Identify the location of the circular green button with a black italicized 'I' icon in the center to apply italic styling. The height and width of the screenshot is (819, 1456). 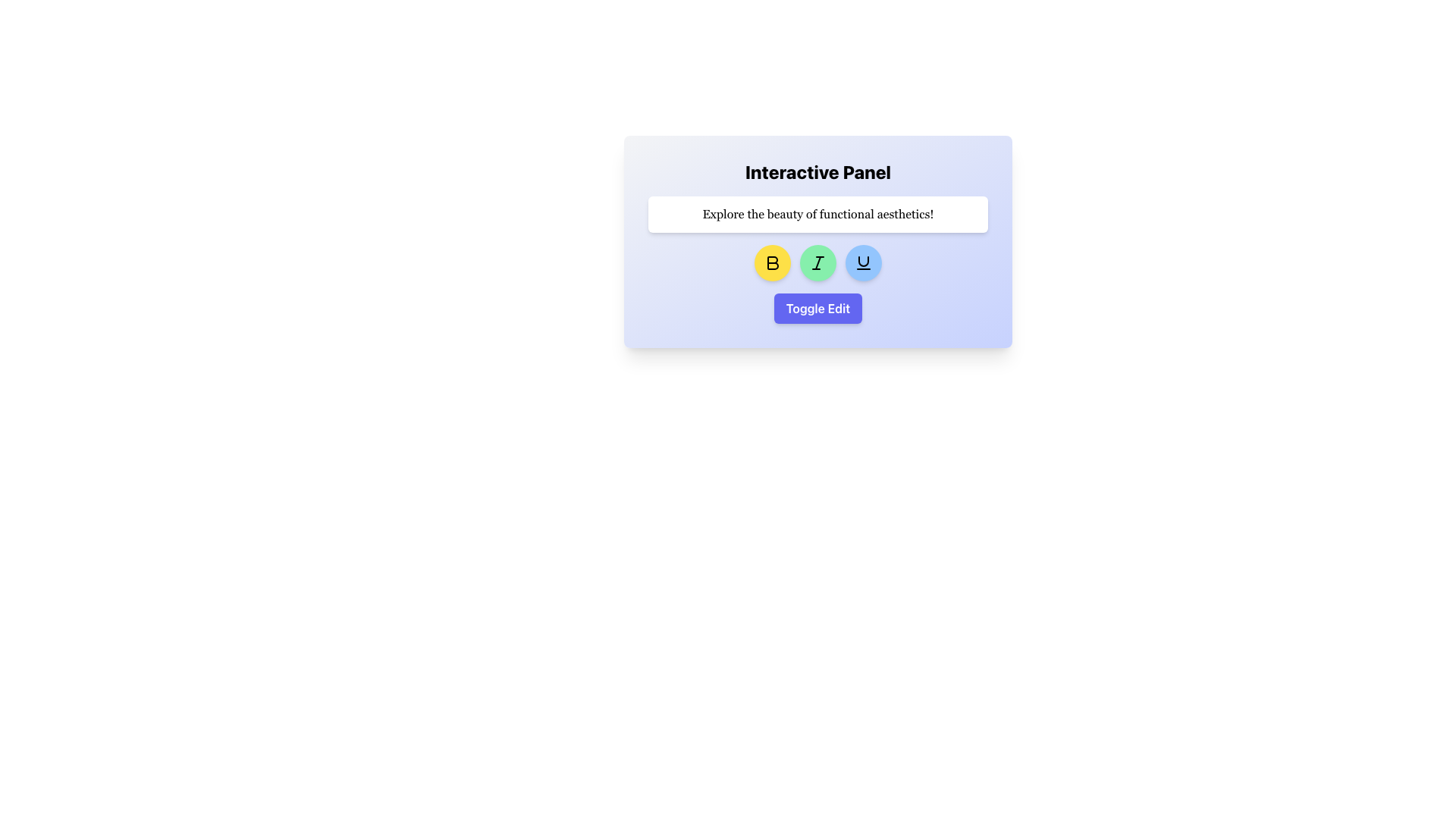
(817, 262).